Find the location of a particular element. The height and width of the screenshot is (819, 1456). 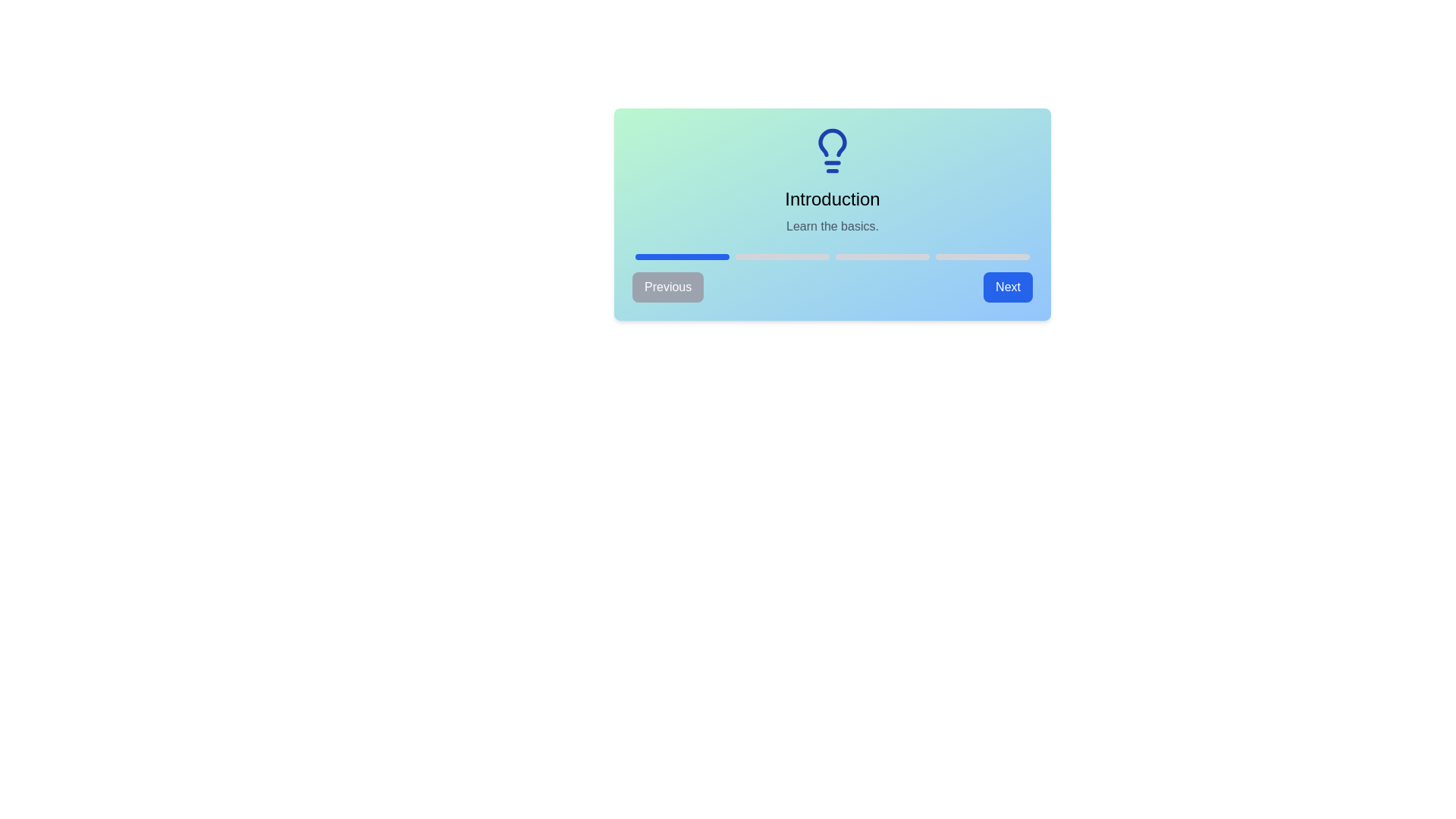

the 'Previous' button to navigate to the previous step is located at coordinates (667, 287).